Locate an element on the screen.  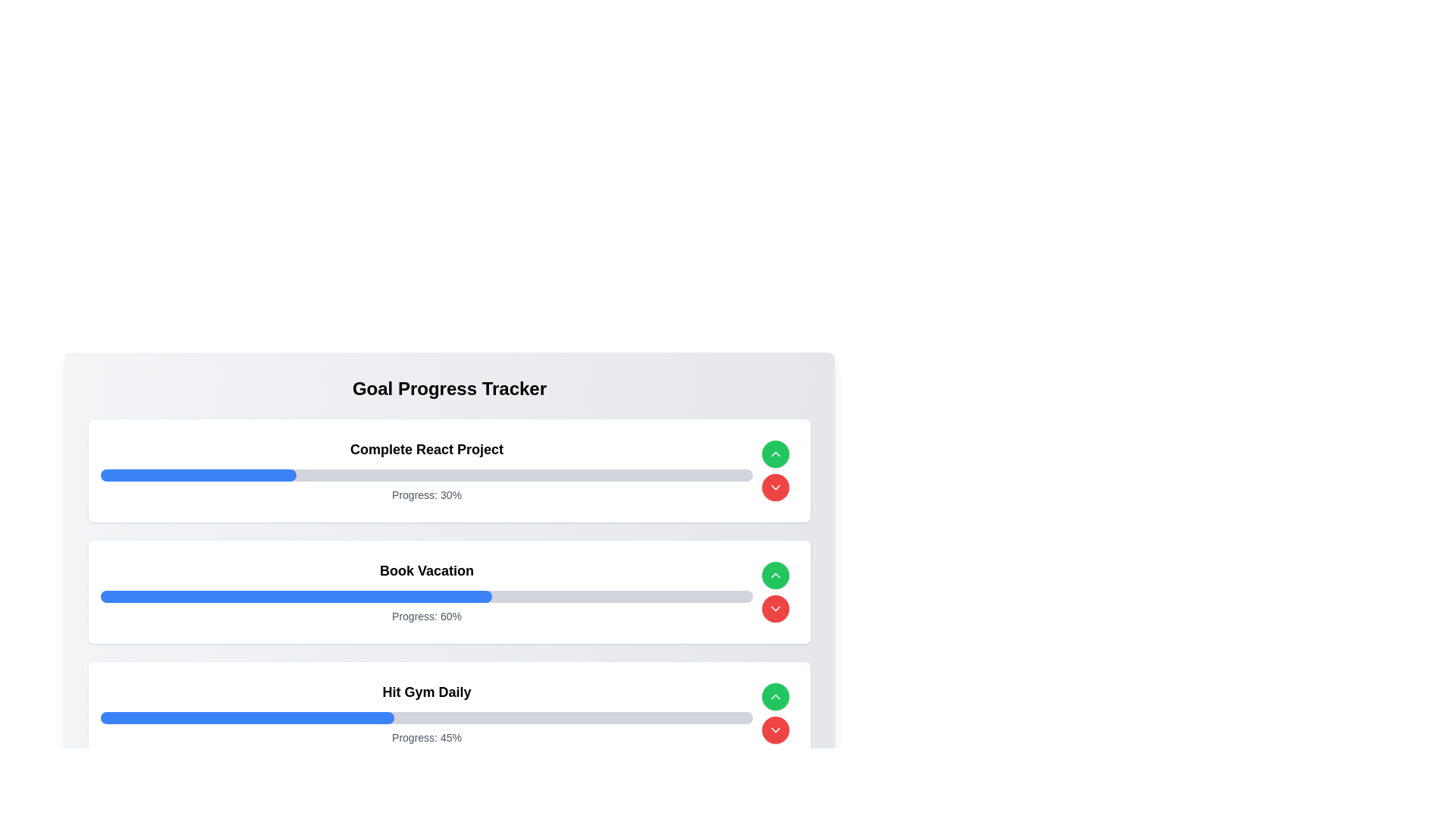
the downward chevron icon for keyboard navigation is located at coordinates (775, 488).